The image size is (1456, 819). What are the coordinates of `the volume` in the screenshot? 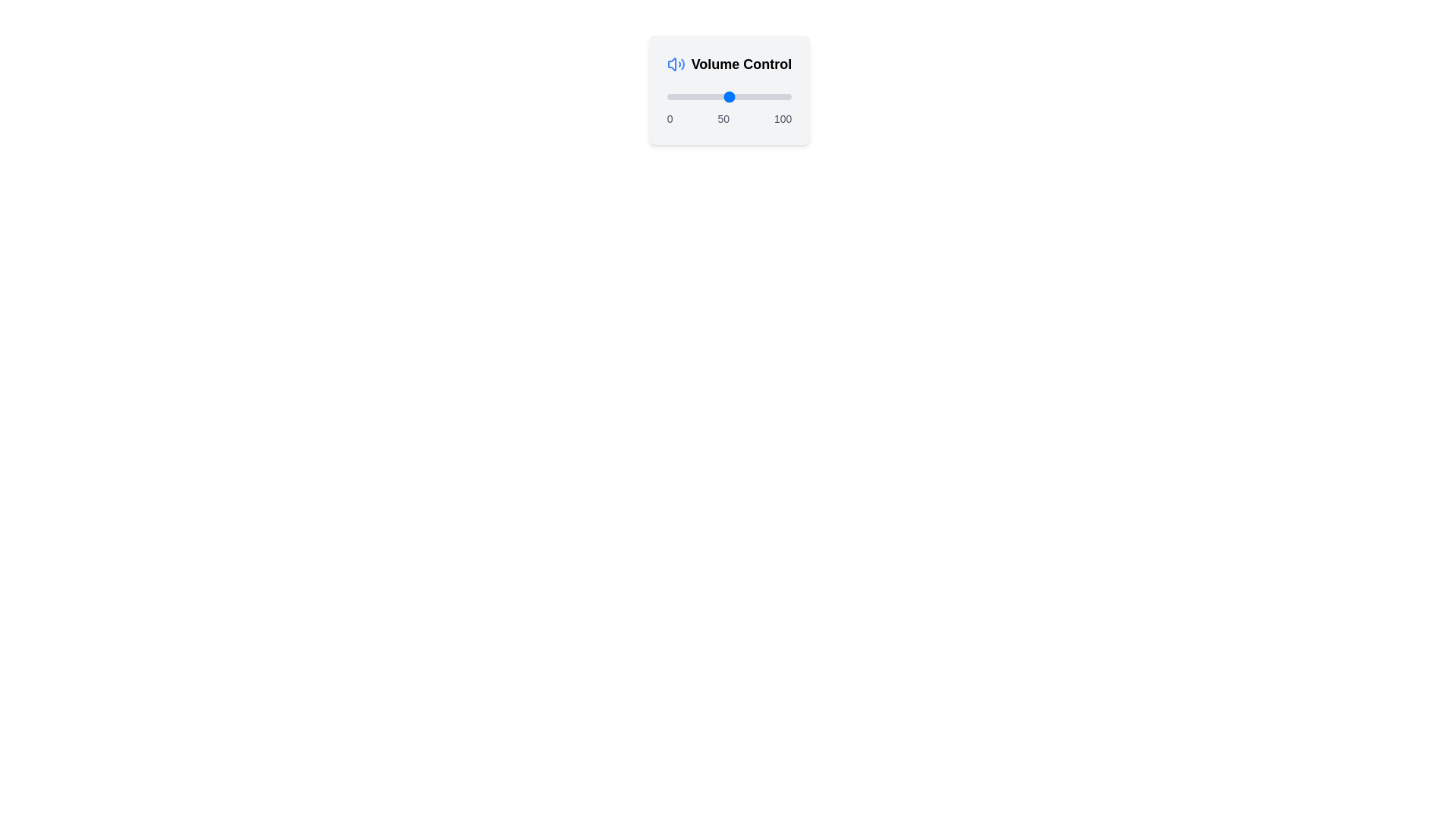 It's located at (740, 96).